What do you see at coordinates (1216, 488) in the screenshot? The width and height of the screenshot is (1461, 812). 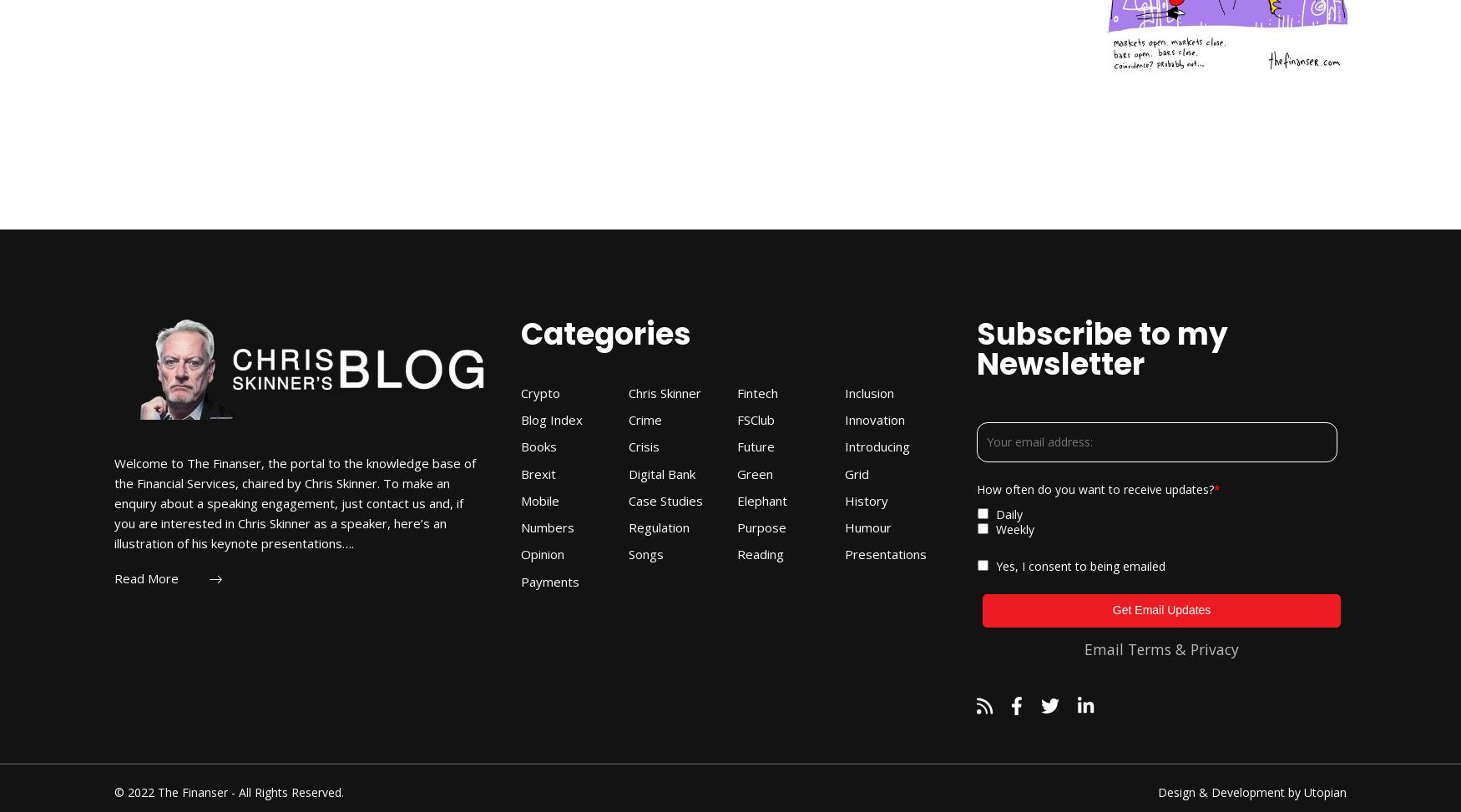 I see `'*'` at bounding box center [1216, 488].